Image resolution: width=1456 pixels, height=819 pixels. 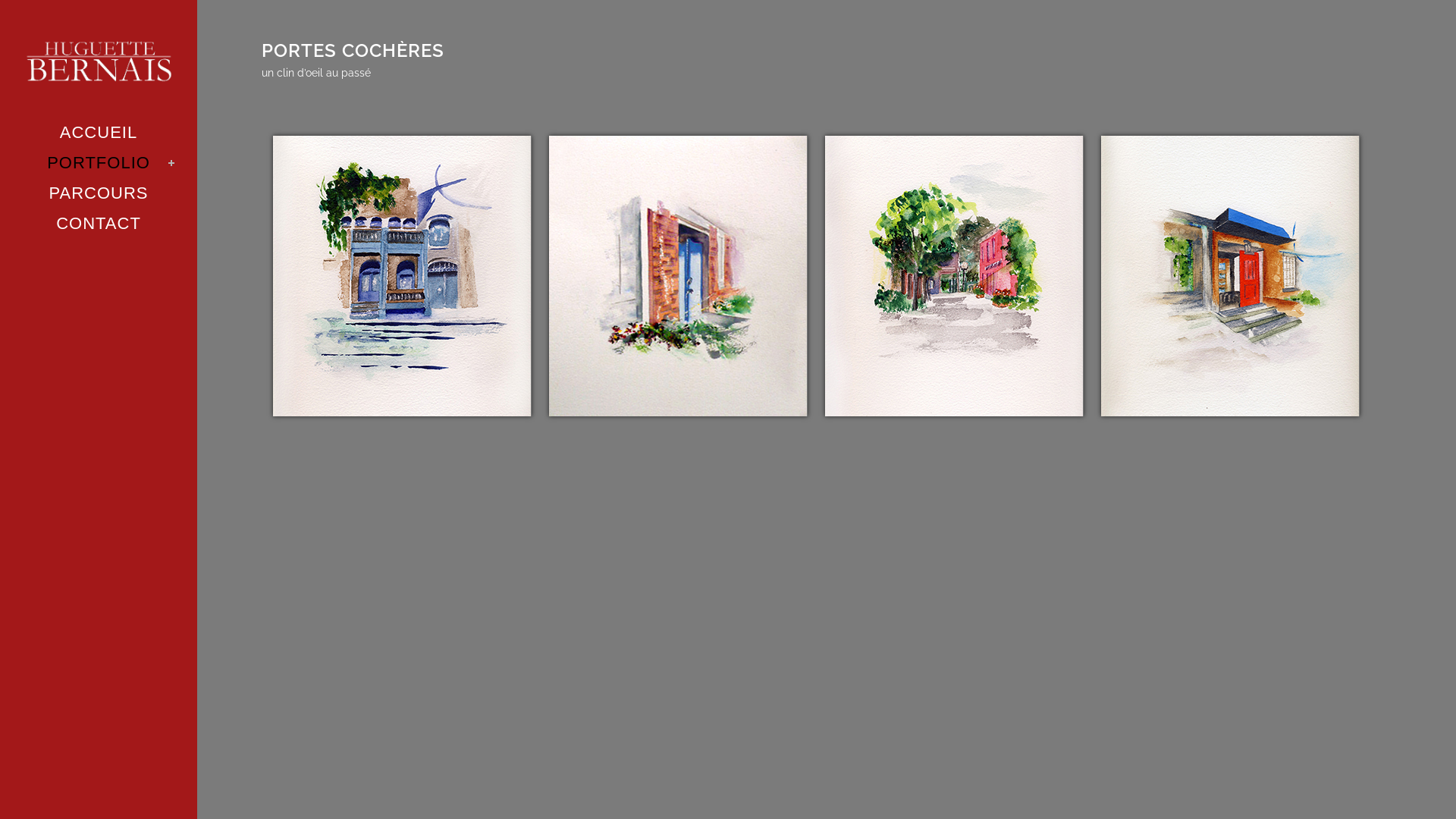 What do you see at coordinates (97, 131) in the screenshot?
I see `'ACCUEIL'` at bounding box center [97, 131].